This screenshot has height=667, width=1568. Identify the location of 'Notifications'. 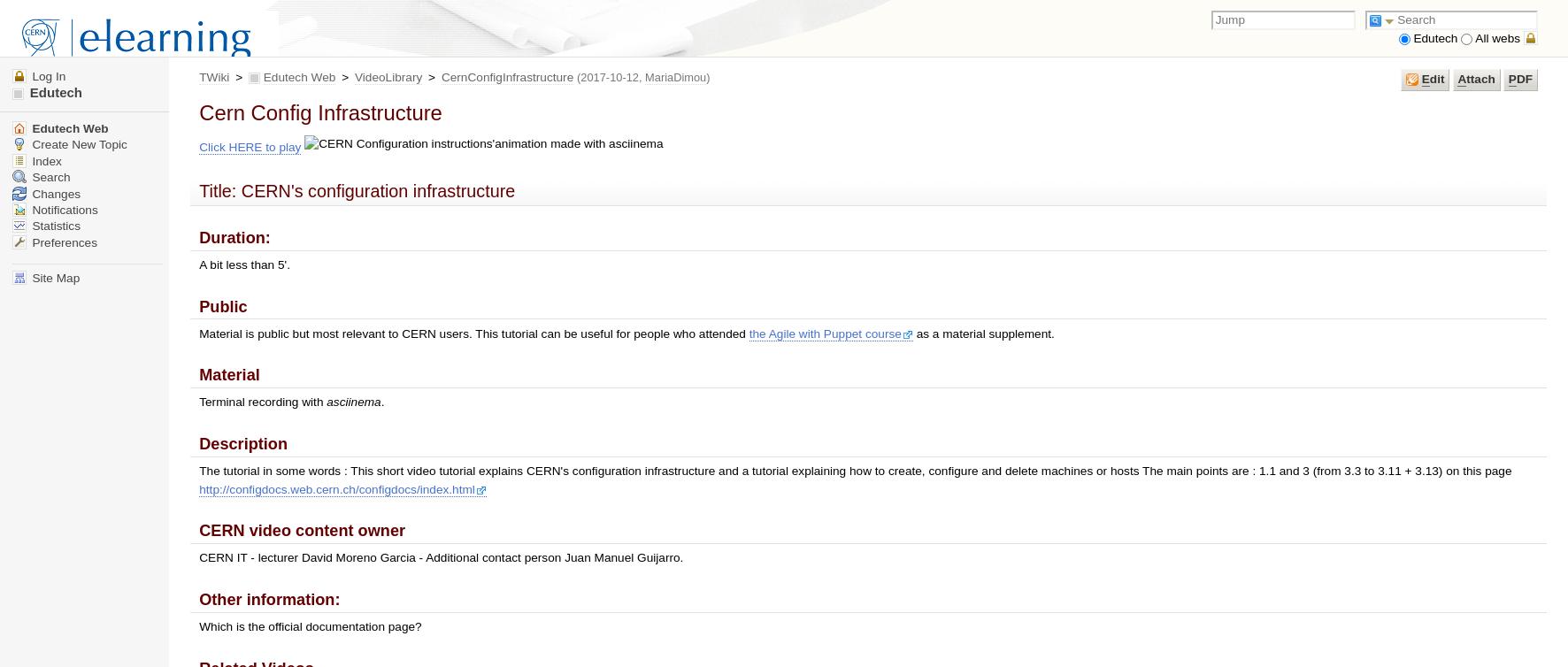
(27, 209).